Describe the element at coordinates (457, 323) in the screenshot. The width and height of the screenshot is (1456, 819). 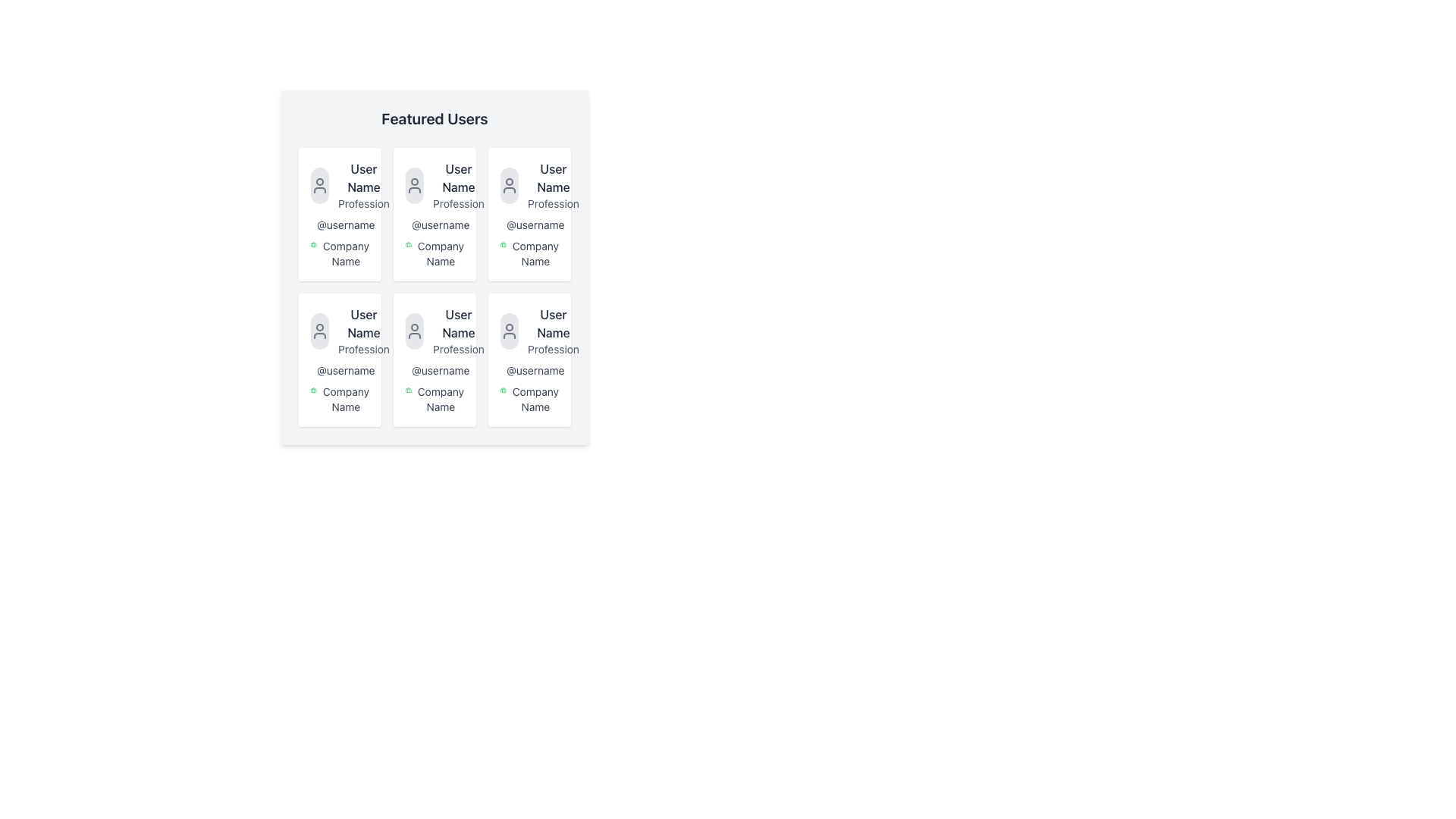
I see `the static text label displaying the user's name located in the second row, second column card of the grid layout under 'Featured Users', positioned above the 'Profession' label` at that location.